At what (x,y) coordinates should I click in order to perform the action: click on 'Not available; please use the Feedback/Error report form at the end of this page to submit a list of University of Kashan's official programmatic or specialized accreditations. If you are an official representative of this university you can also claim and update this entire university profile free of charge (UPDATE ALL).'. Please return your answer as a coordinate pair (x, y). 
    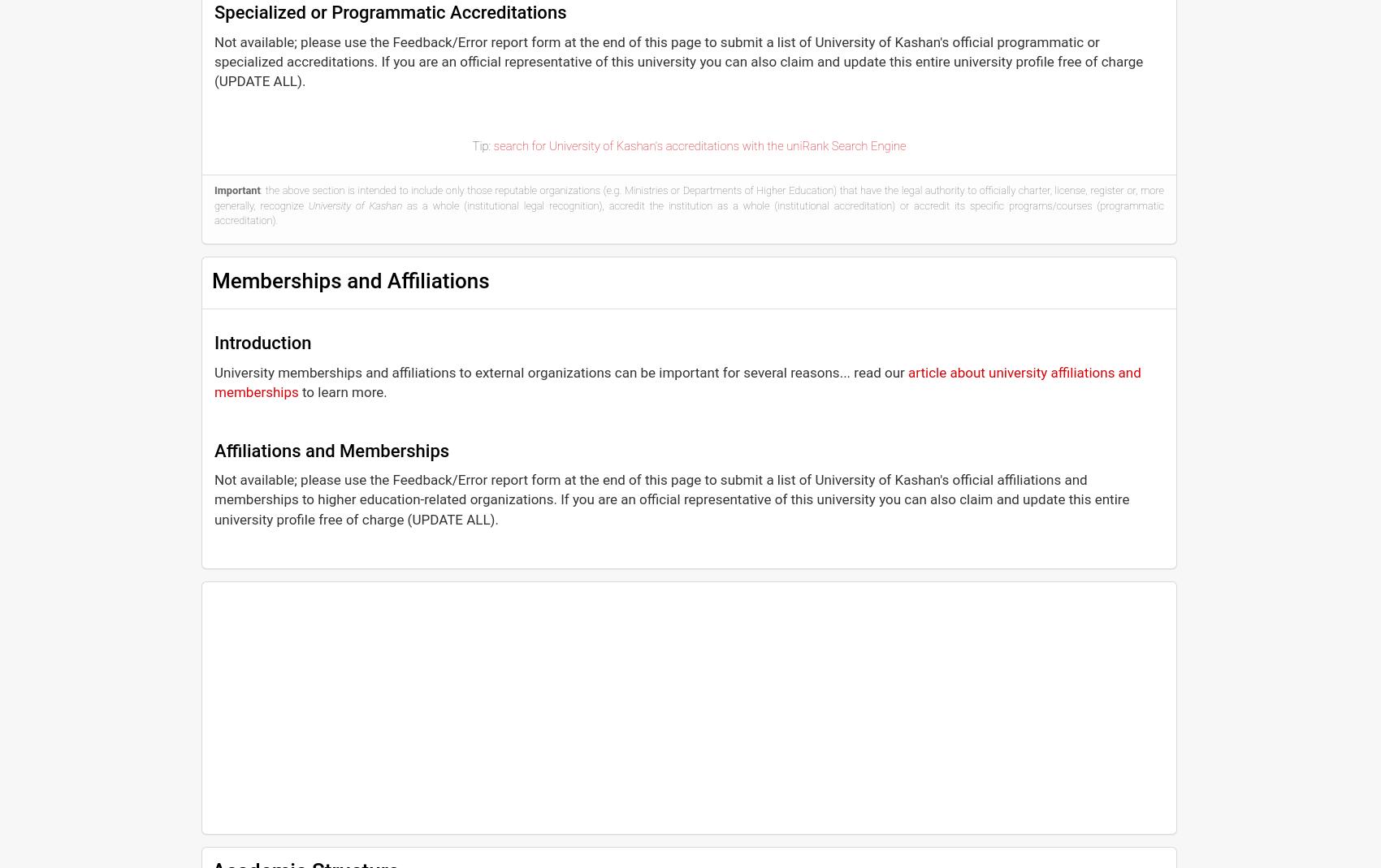
    Looking at the image, I should click on (678, 60).